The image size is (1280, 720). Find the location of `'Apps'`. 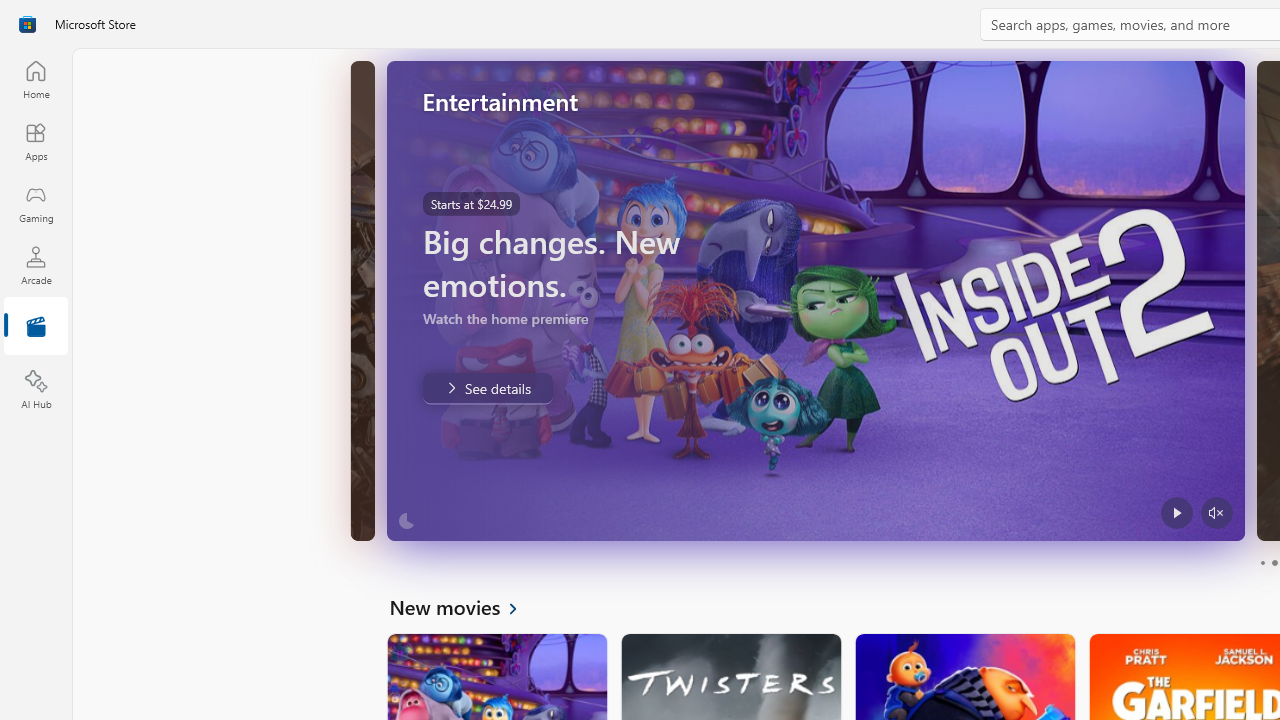

'Apps' is located at coordinates (35, 140).